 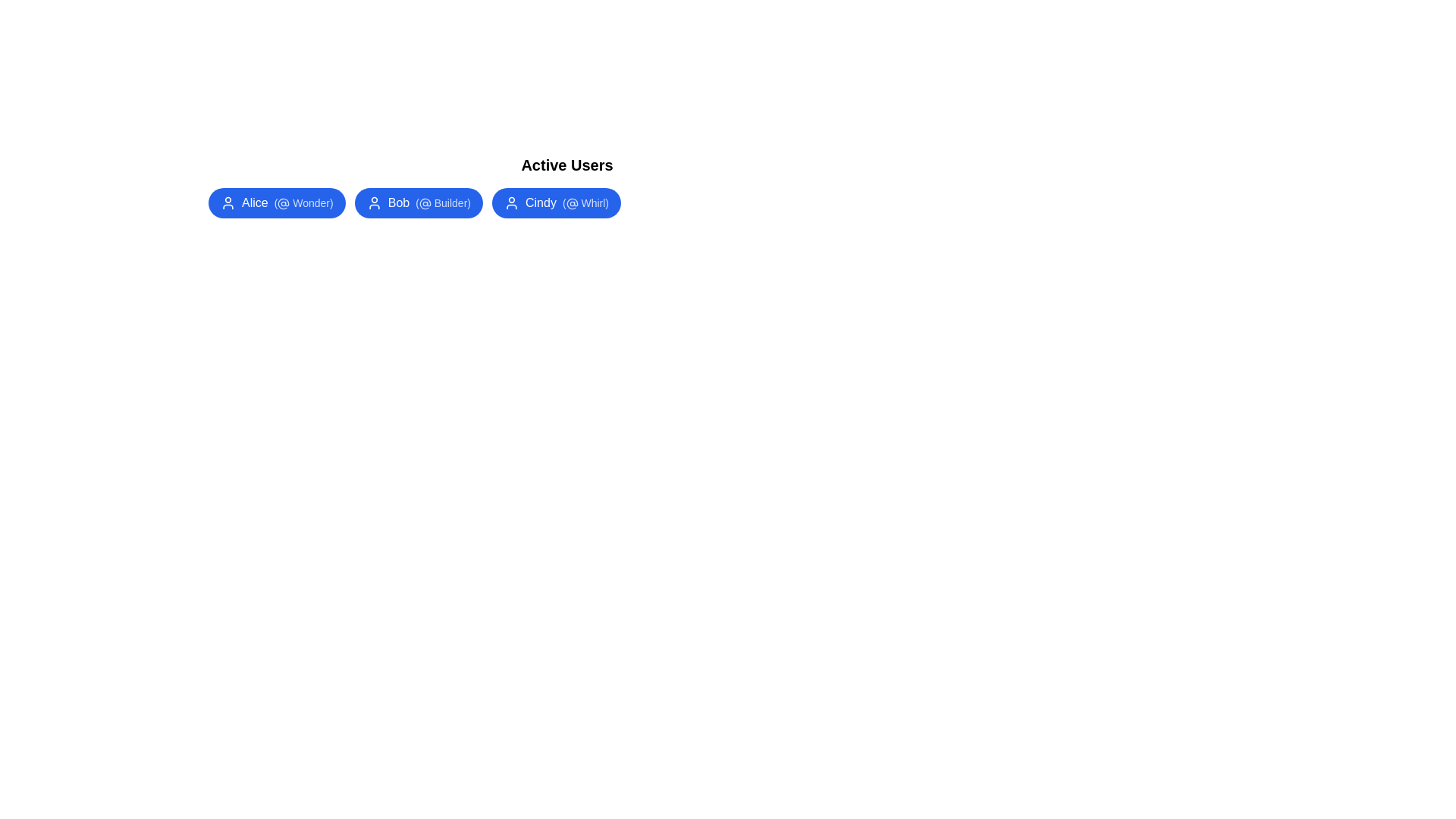 I want to click on the 'Active Users' label, so click(x=566, y=165).